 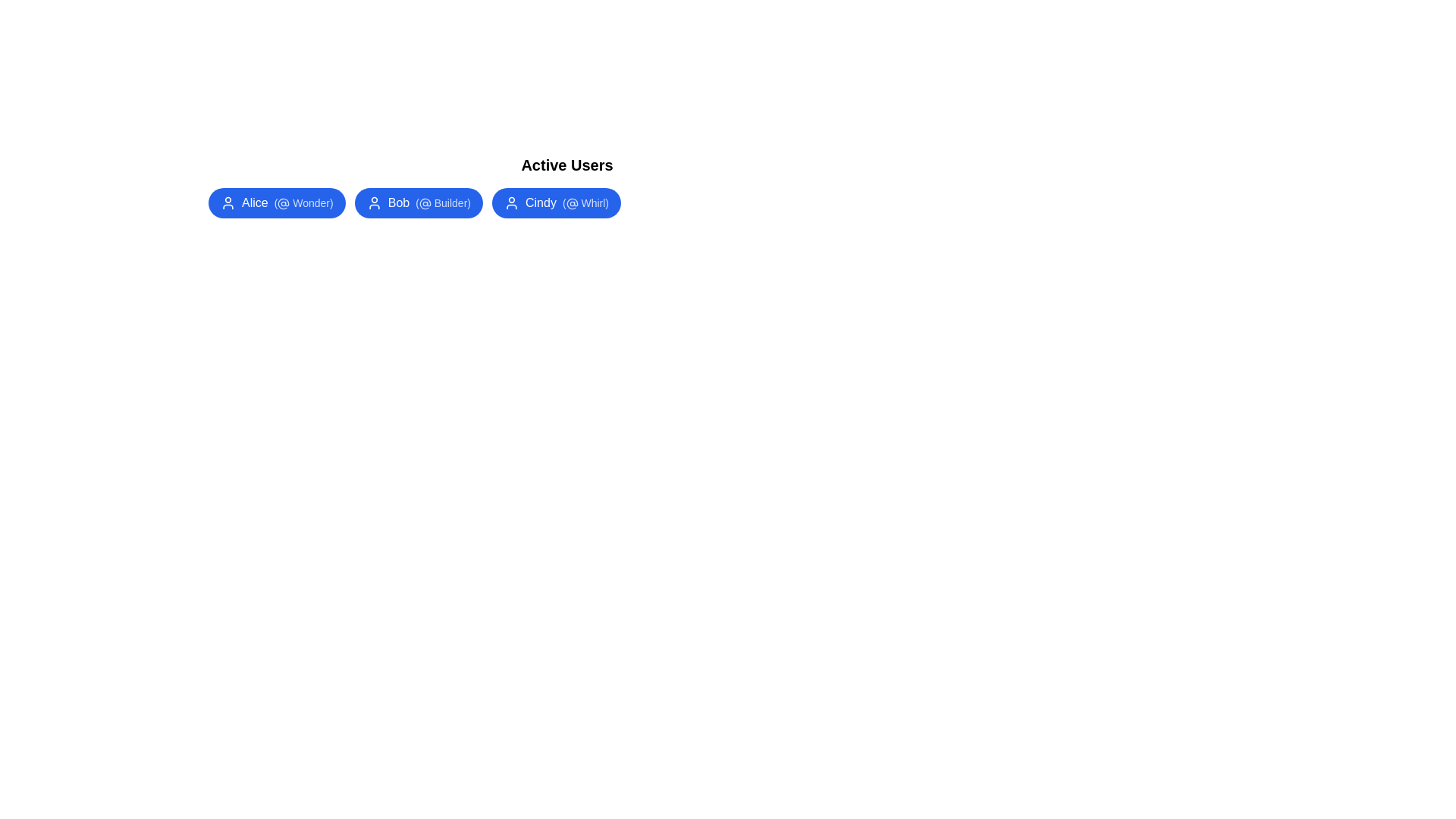 I want to click on the 'Active Users' label, so click(x=566, y=165).